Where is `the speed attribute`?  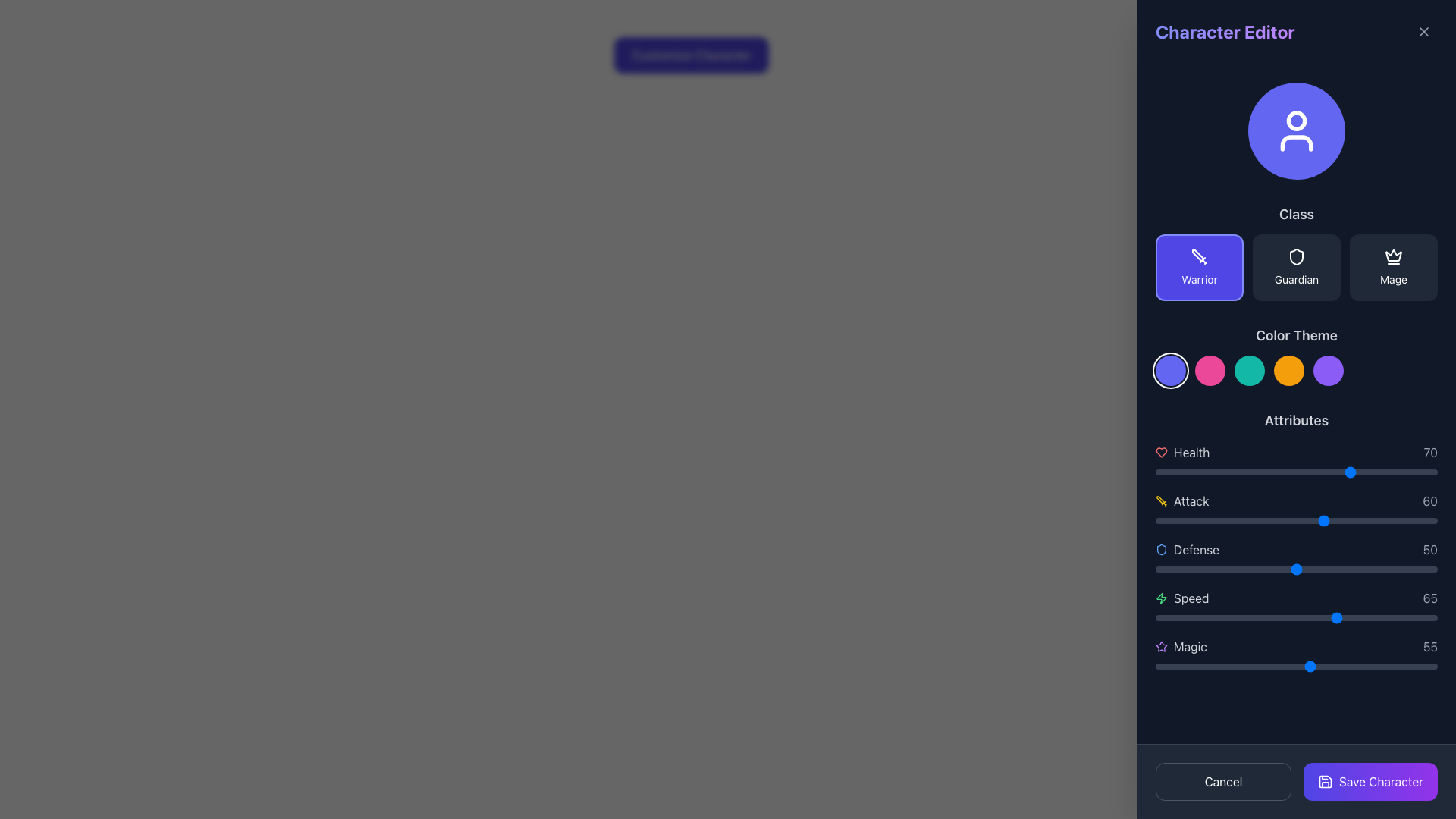 the speed attribute is located at coordinates (1282, 617).